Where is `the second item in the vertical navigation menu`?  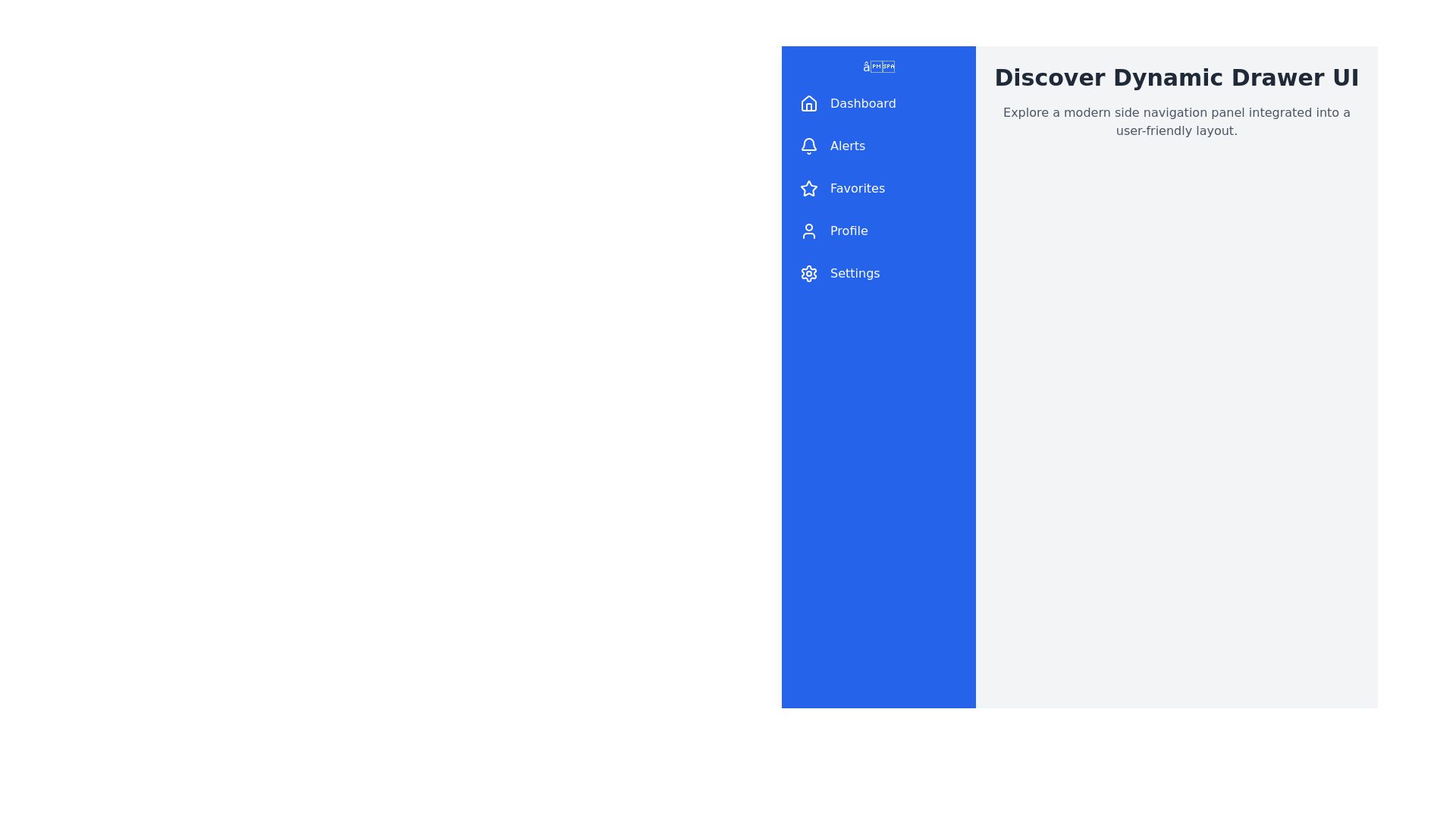 the second item in the vertical navigation menu is located at coordinates (878, 146).